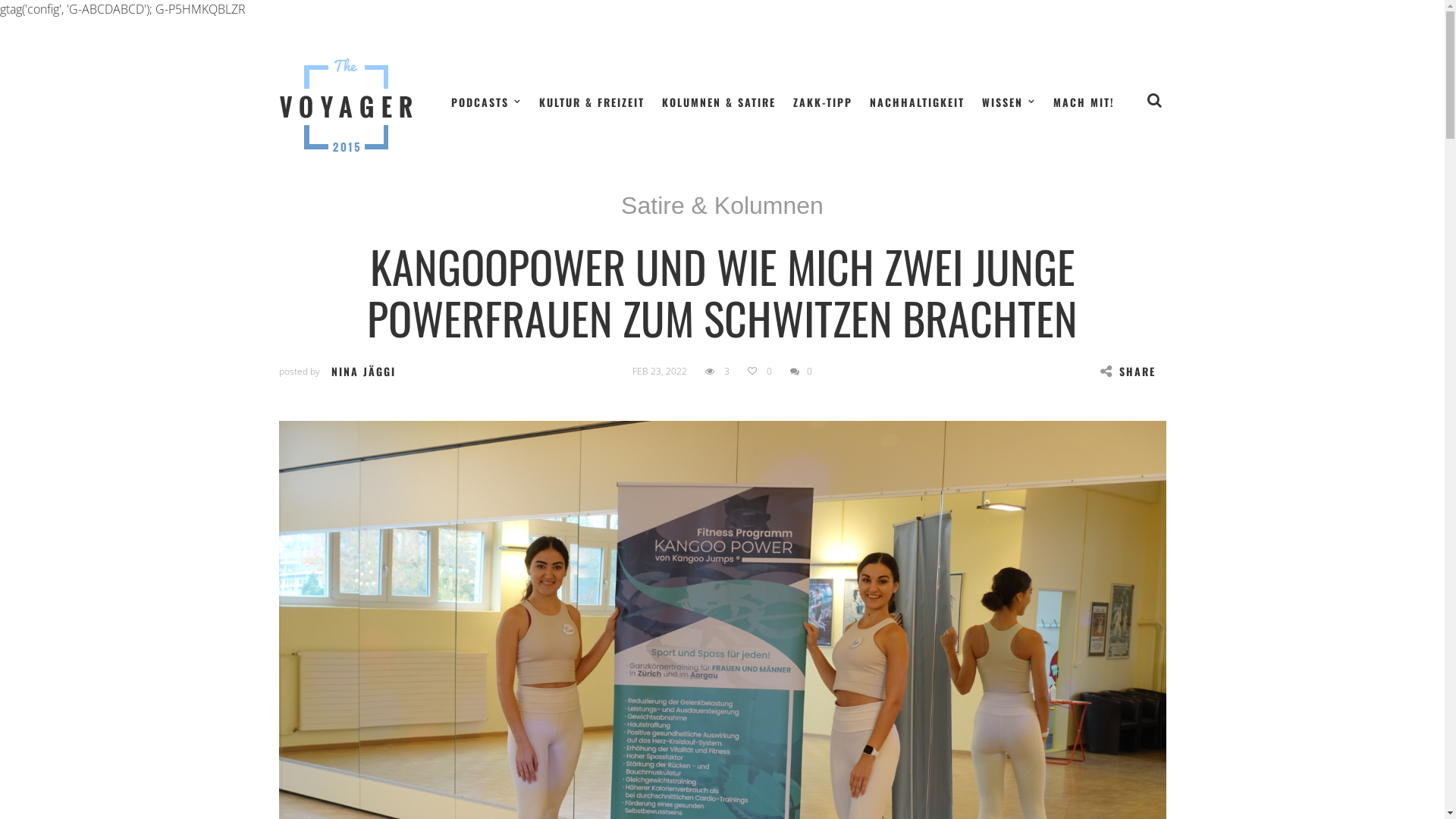 Image resolution: width=1456 pixels, height=819 pixels. What do you see at coordinates (1008, 102) in the screenshot?
I see `'WISSEN'` at bounding box center [1008, 102].